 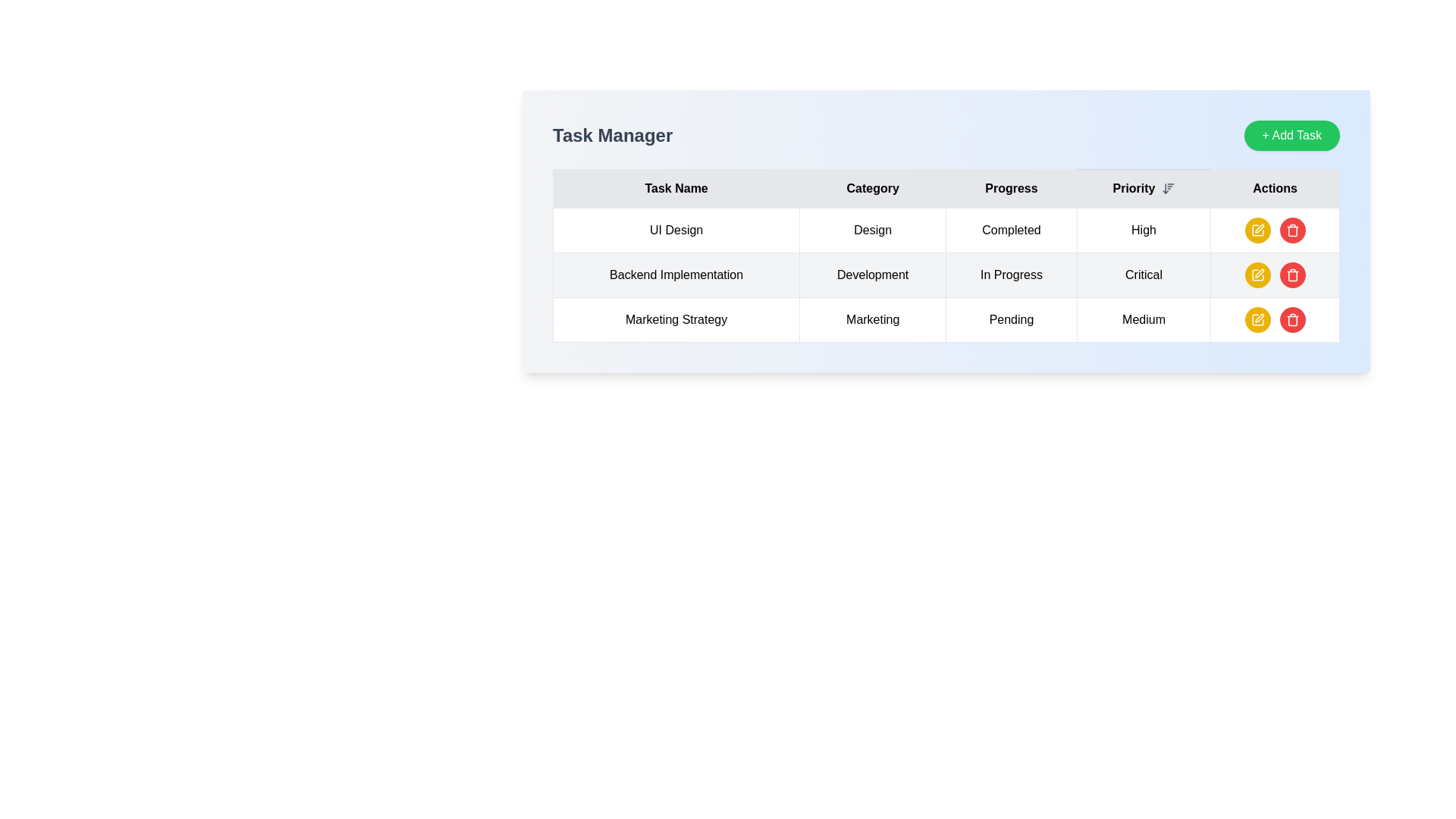 I want to click on the static text label indicating 'In Progress' under the 'Progress' header in the table for 'Backend Implementation' in the 'Development' category, so click(x=1012, y=275).